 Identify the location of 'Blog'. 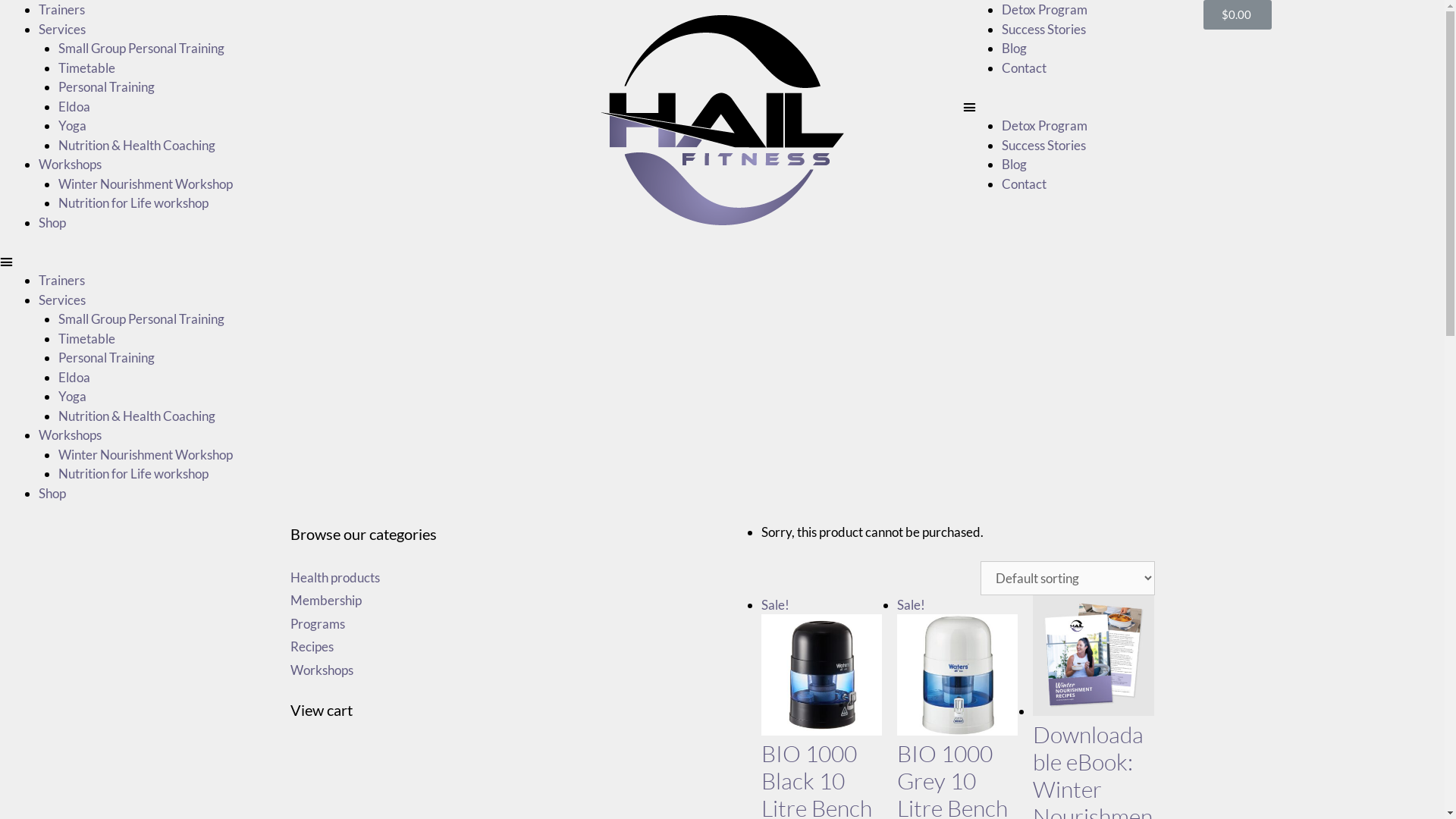
(1001, 47).